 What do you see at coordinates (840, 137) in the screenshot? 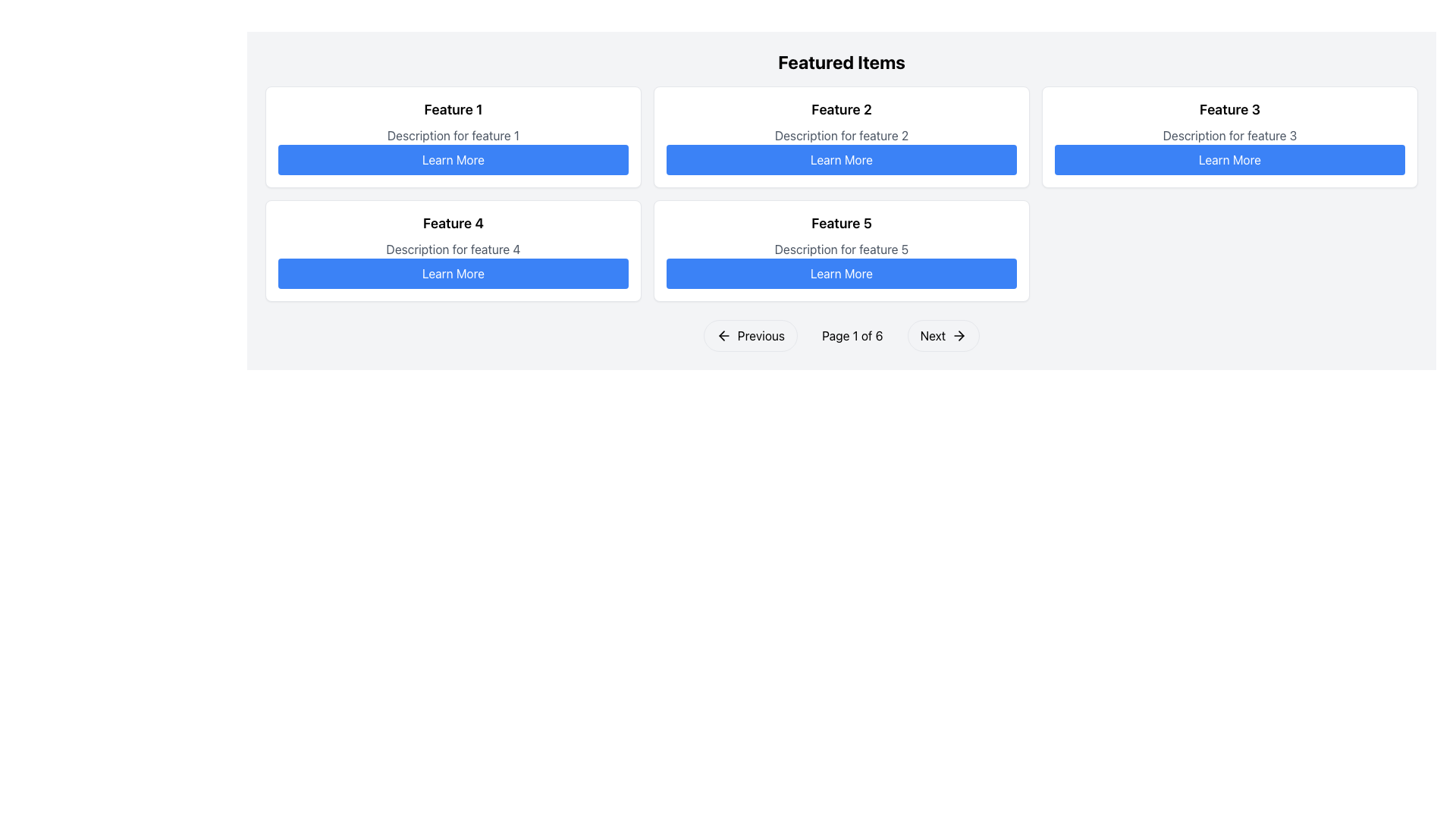
I see `title and description from the informational card about 'Feature 2', which includes a 'Learn More' button at the bottom` at bounding box center [840, 137].